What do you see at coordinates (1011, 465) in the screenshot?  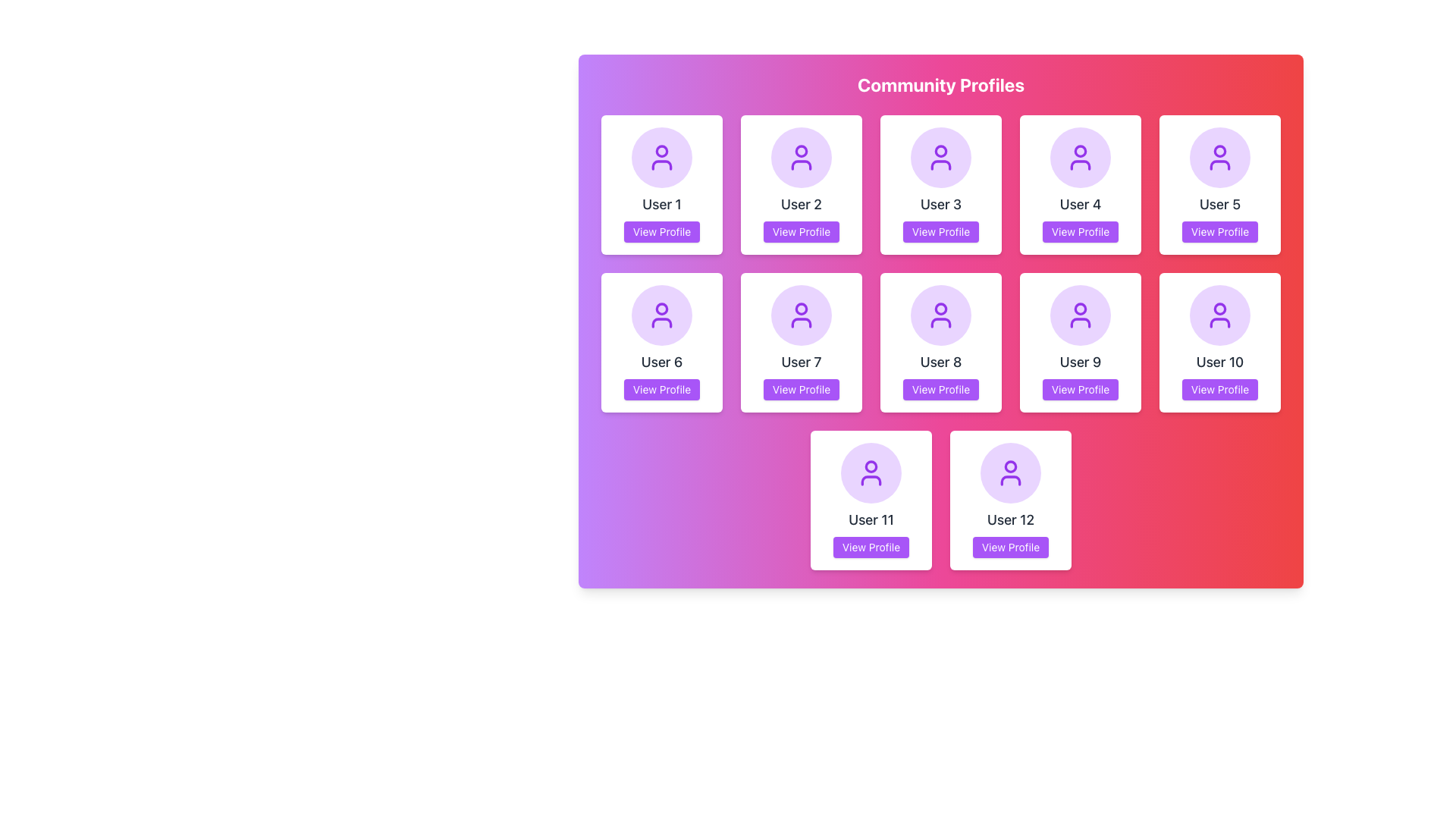 I see `the SVG Circle representing the head of User 12 in the Community Profiles section, located in the last row, second column of the grid` at bounding box center [1011, 465].